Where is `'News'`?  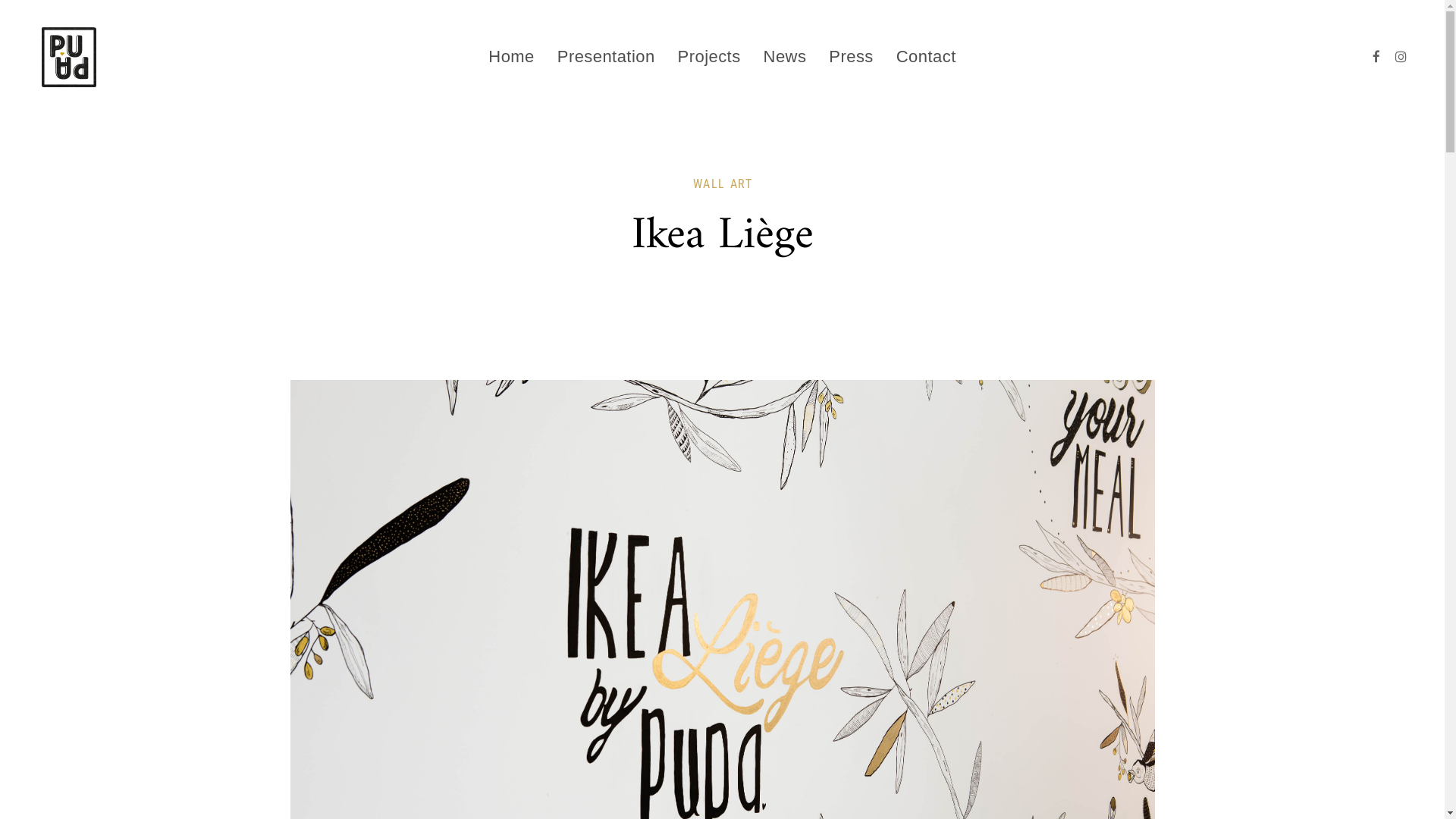
'News' is located at coordinates (785, 55).